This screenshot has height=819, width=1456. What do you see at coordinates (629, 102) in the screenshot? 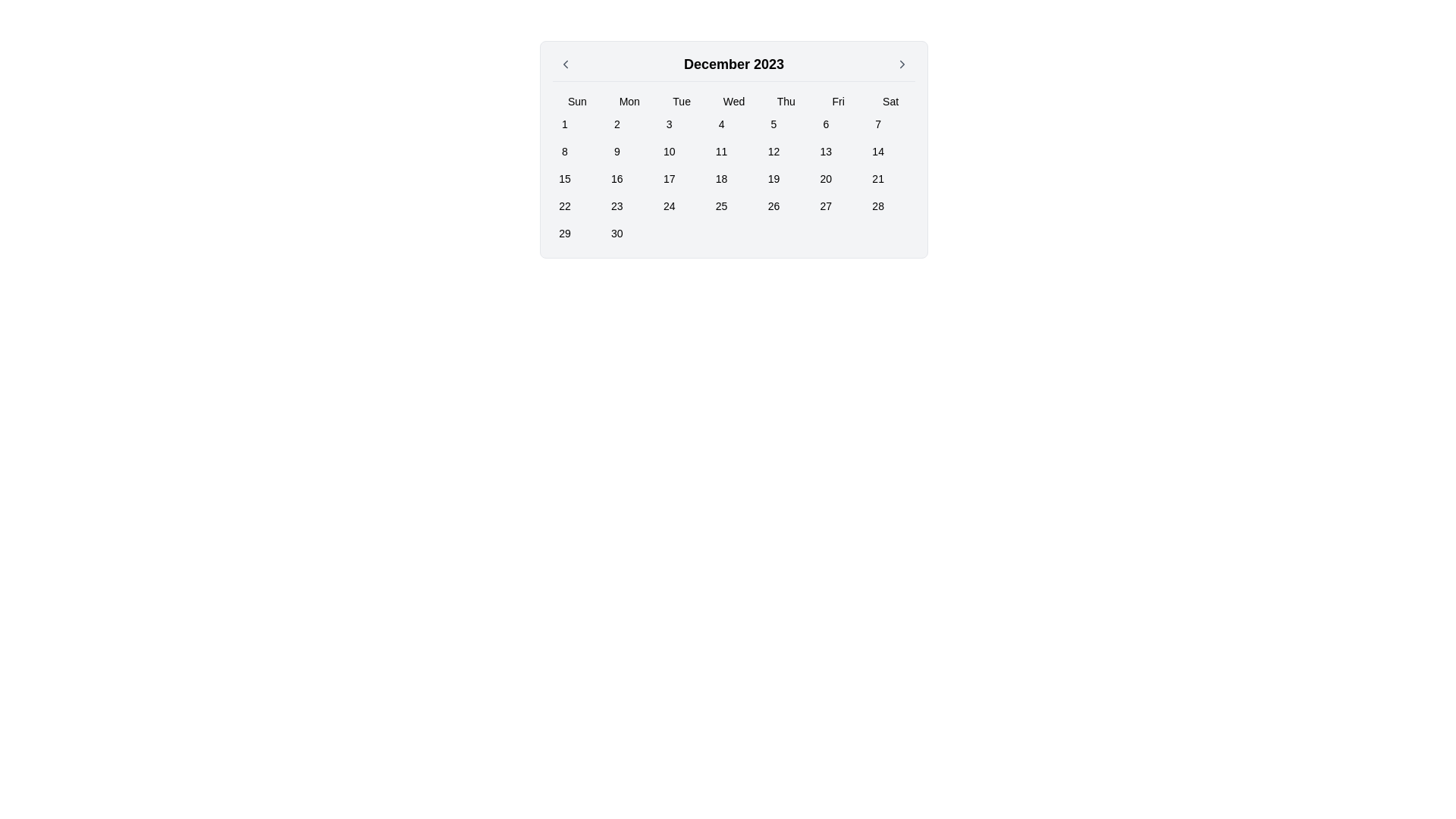
I see `the text label displaying 'Mon', which is the second column in the weekly row header of the calendar layout` at bounding box center [629, 102].